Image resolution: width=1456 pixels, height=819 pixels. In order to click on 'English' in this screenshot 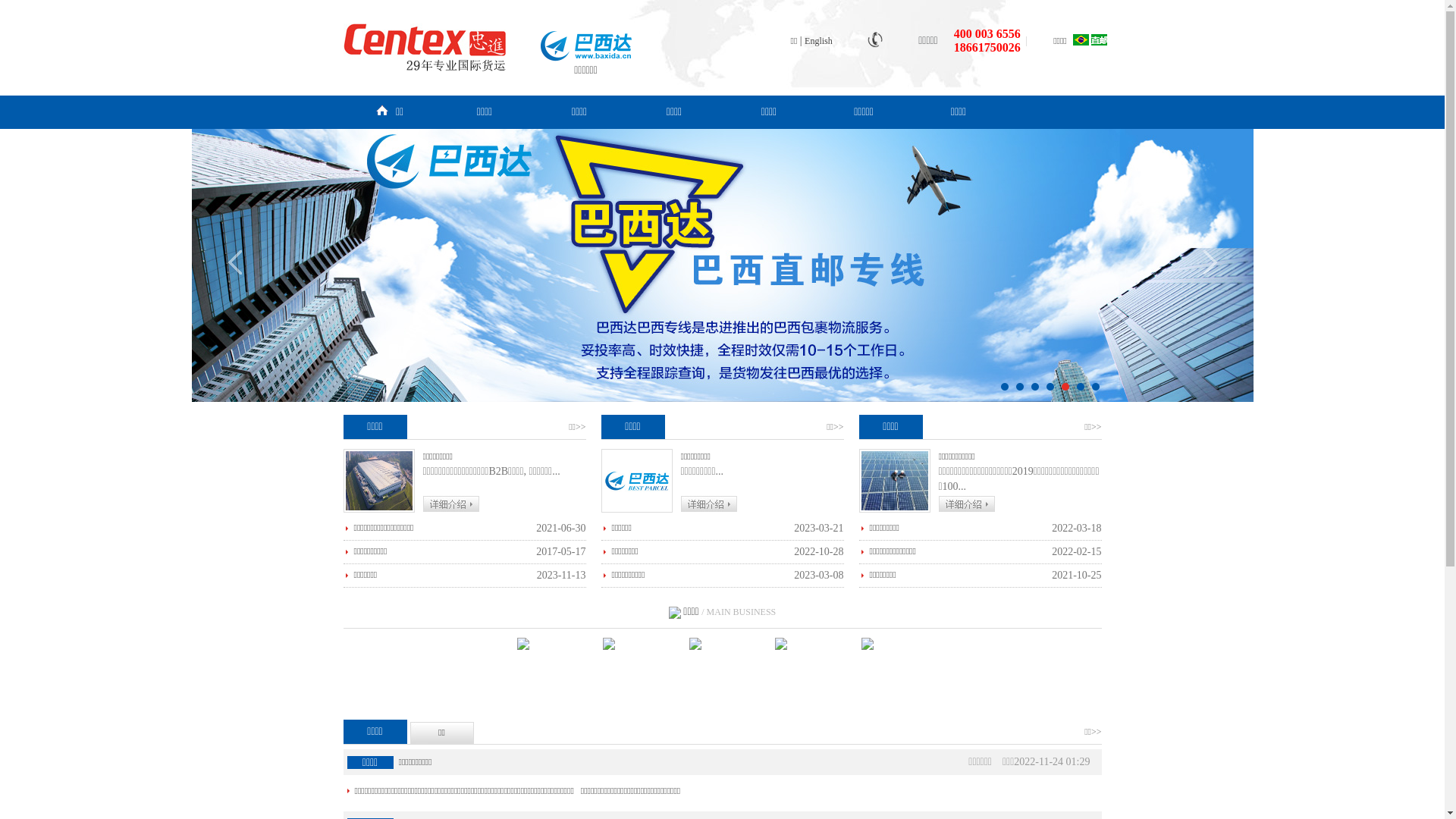, I will do `click(817, 40)`.